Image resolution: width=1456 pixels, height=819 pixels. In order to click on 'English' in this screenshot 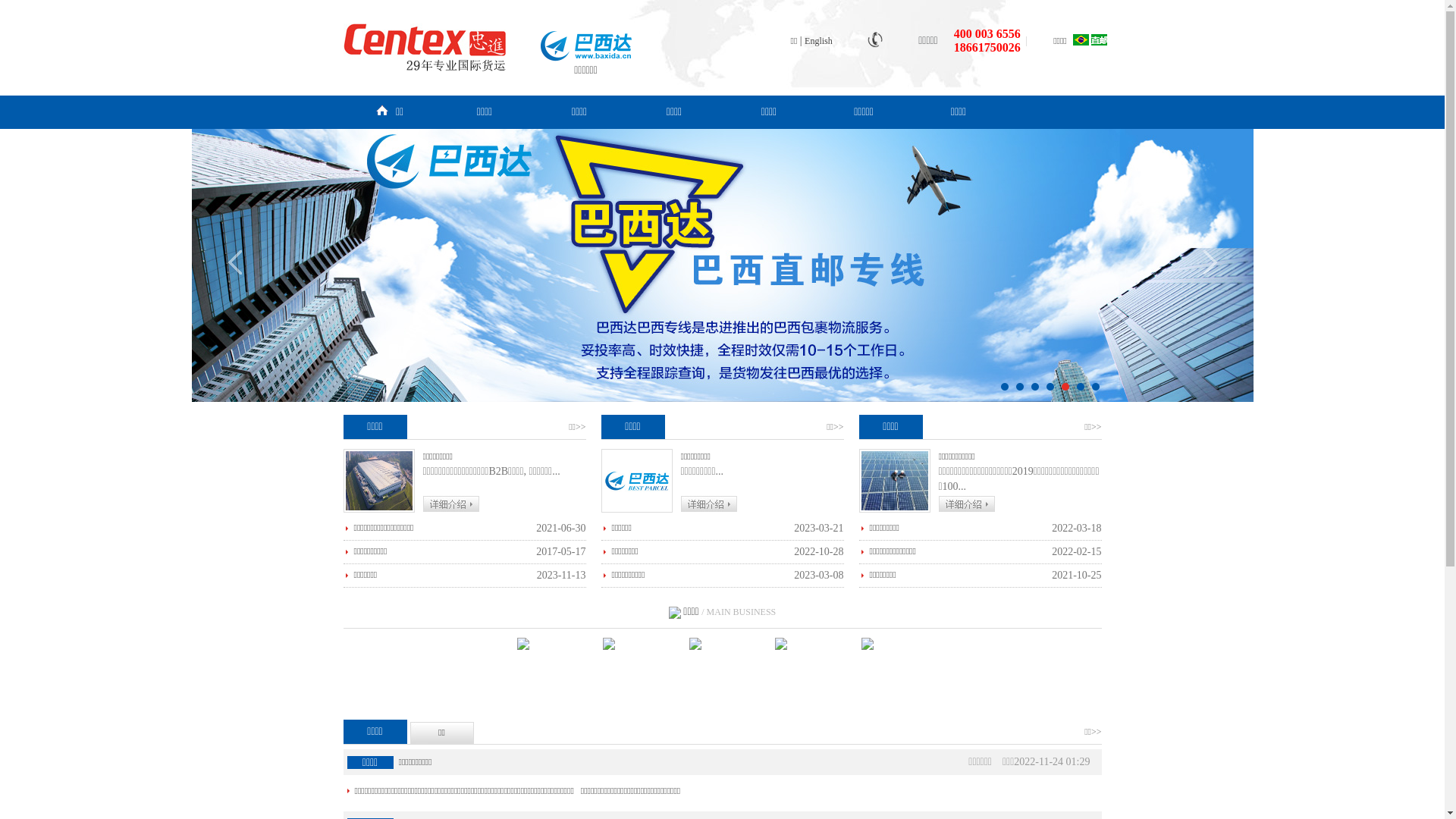, I will do `click(817, 40)`.